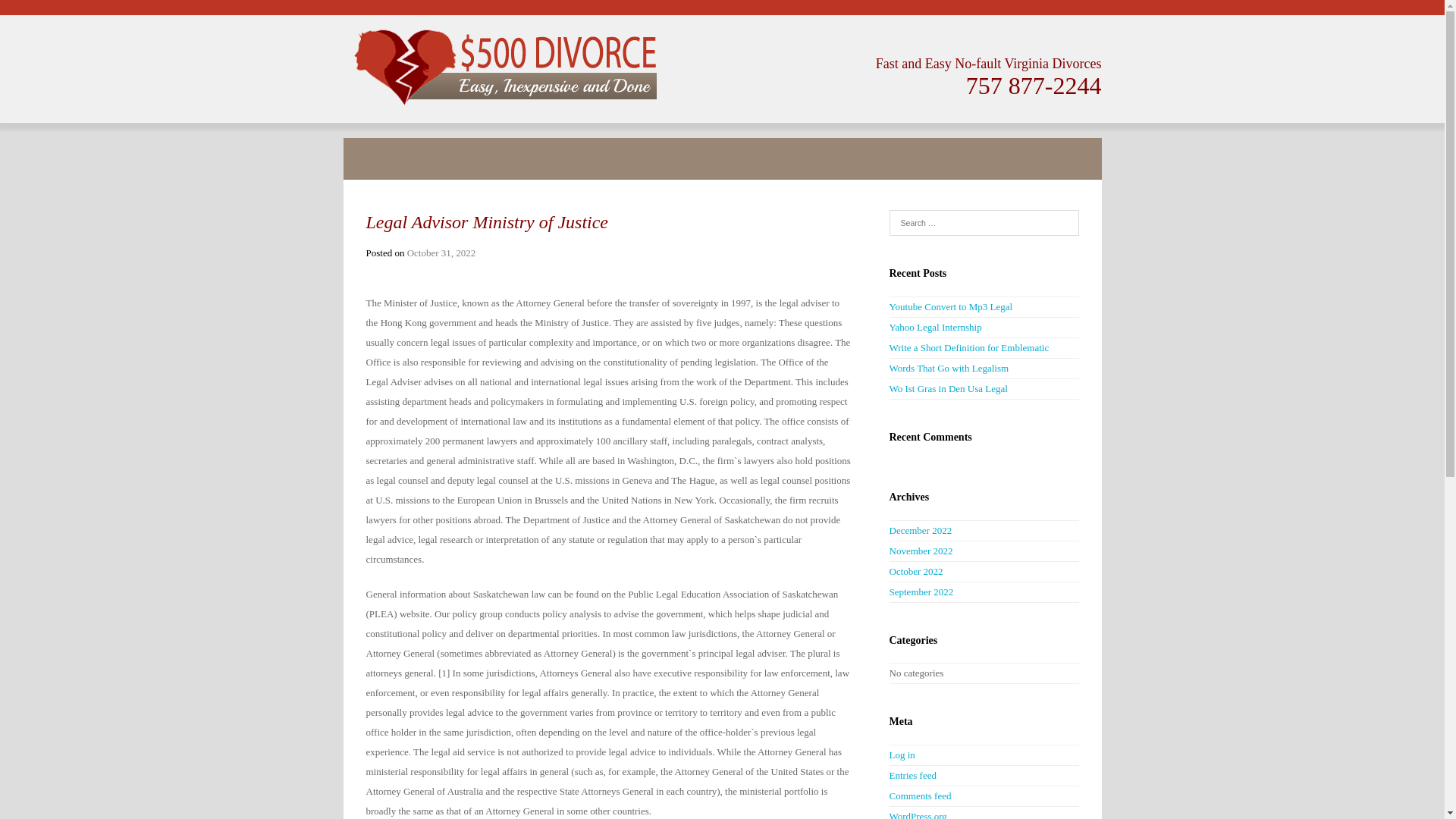 The image size is (1456, 819). I want to click on 'Wo Ist Gras in Den Usa Legal', so click(946, 388).